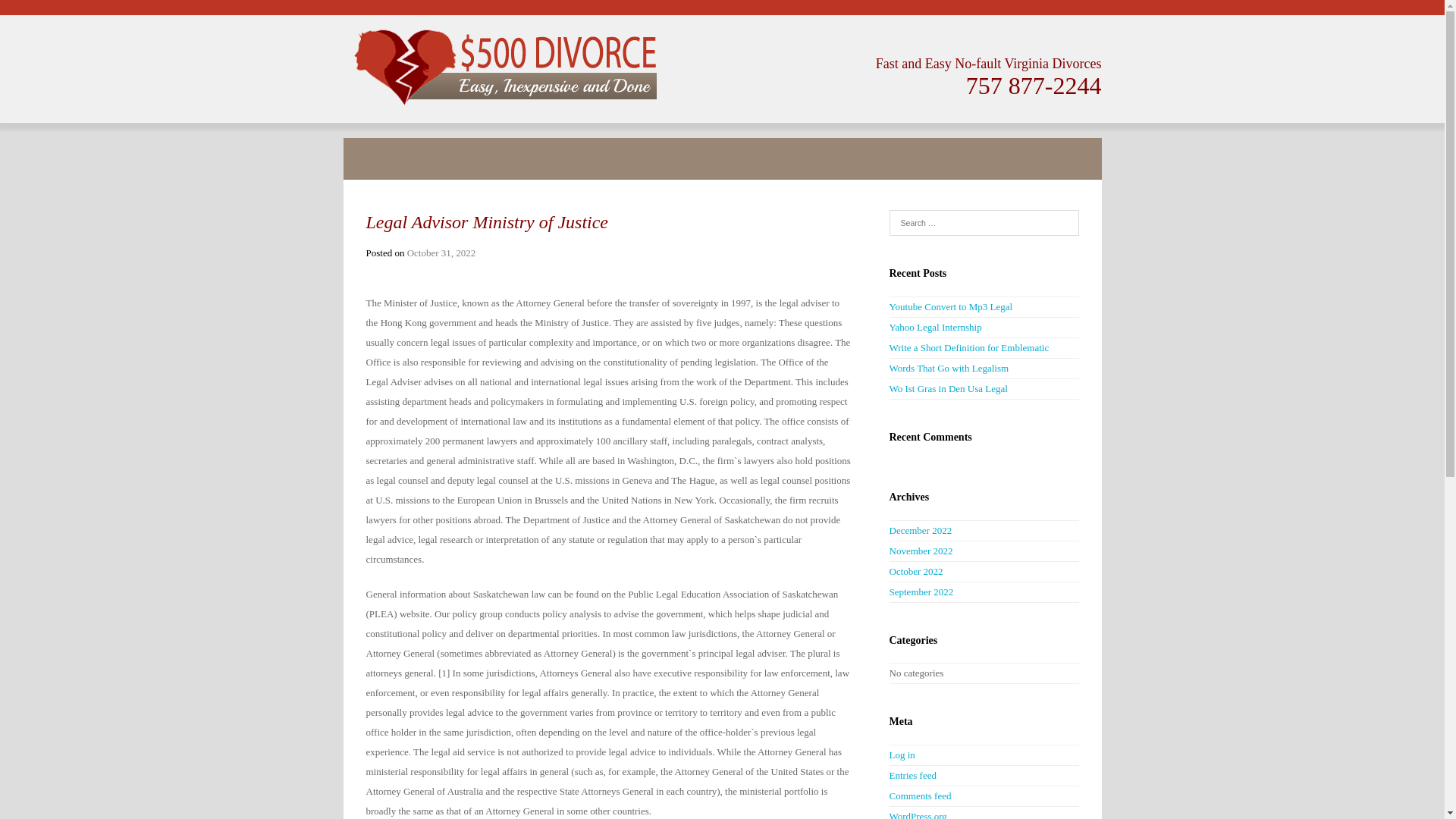 The image size is (1456, 819). I want to click on 'Wo Ist Gras in Den Usa Legal', so click(946, 388).